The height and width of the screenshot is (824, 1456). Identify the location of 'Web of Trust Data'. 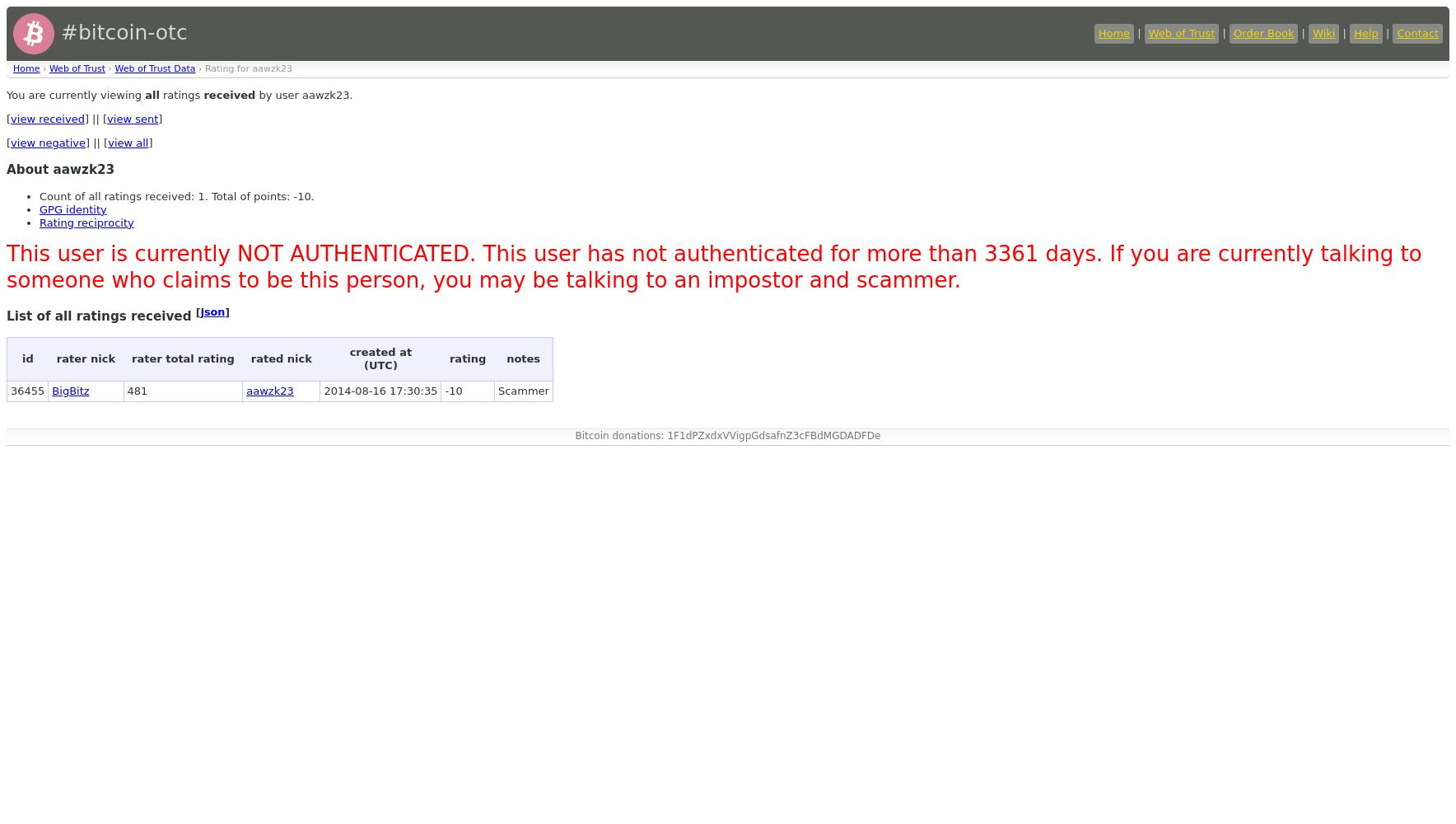
(153, 68).